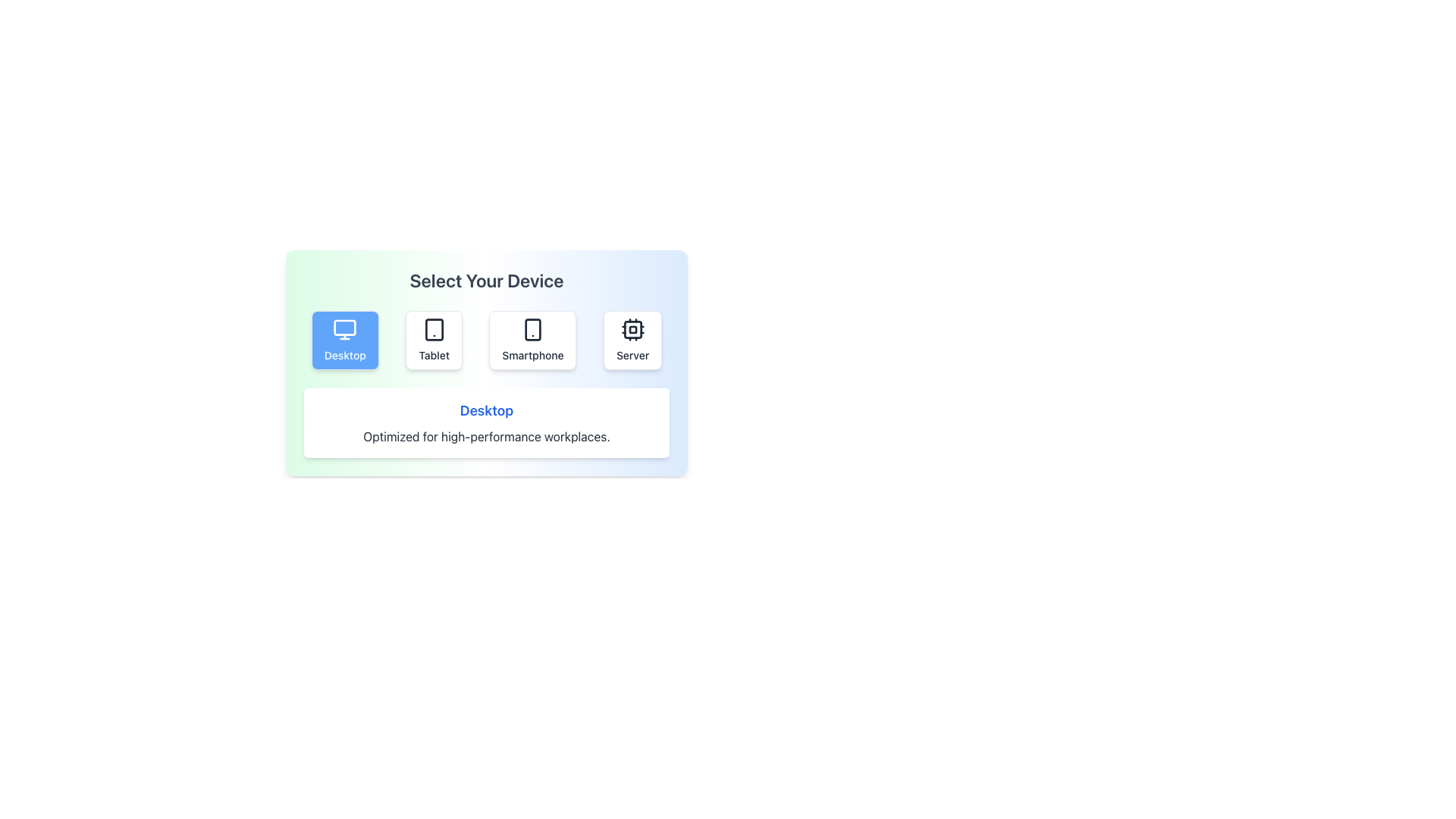  What do you see at coordinates (532, 339) in the screenshot?
I see `the rectangular button with a rounded border labeled 'Smartphone'` at bounding box center [532, 339].